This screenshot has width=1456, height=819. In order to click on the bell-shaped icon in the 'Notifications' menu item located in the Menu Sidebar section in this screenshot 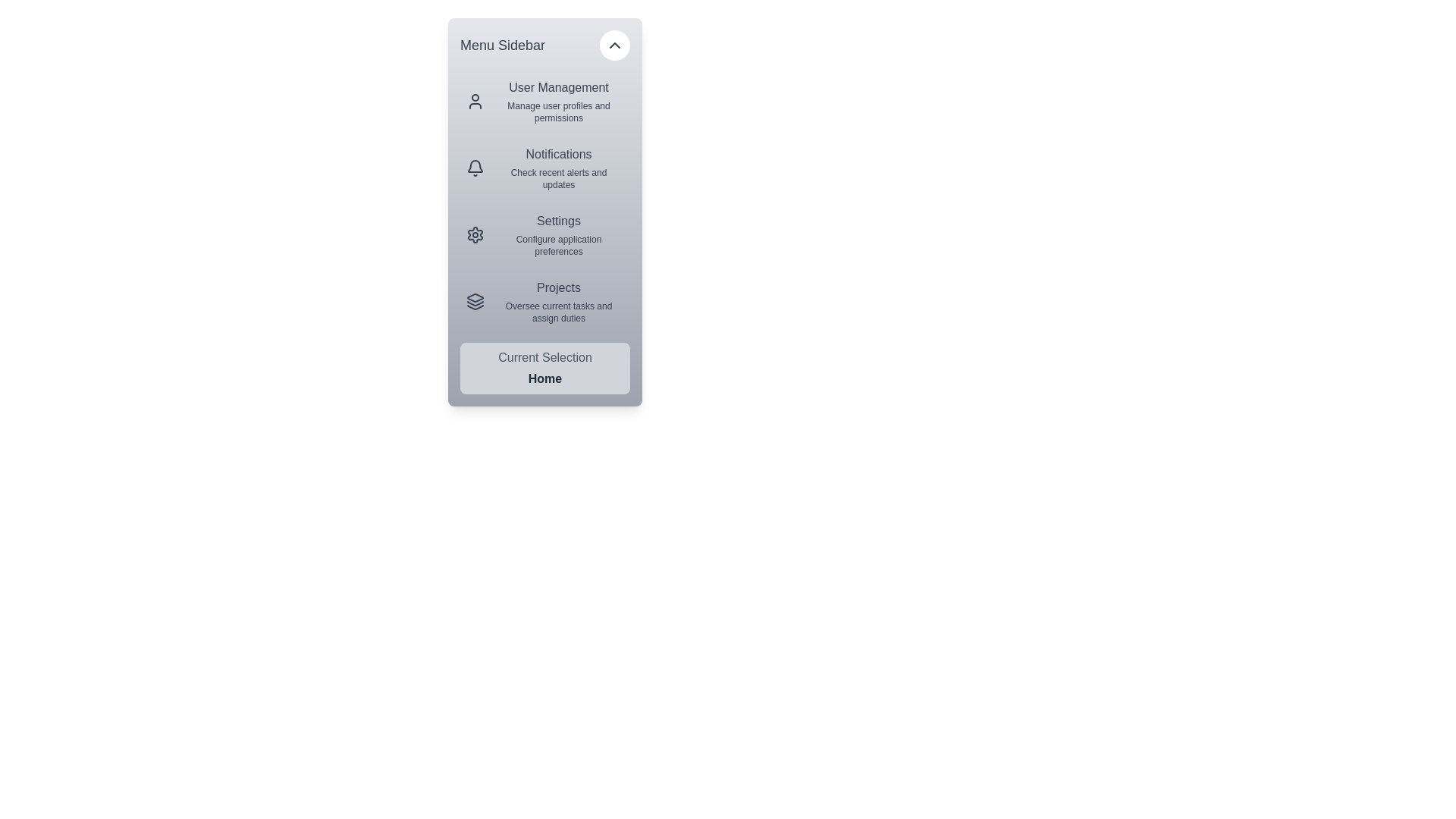, I will do `click(475, 168)`.